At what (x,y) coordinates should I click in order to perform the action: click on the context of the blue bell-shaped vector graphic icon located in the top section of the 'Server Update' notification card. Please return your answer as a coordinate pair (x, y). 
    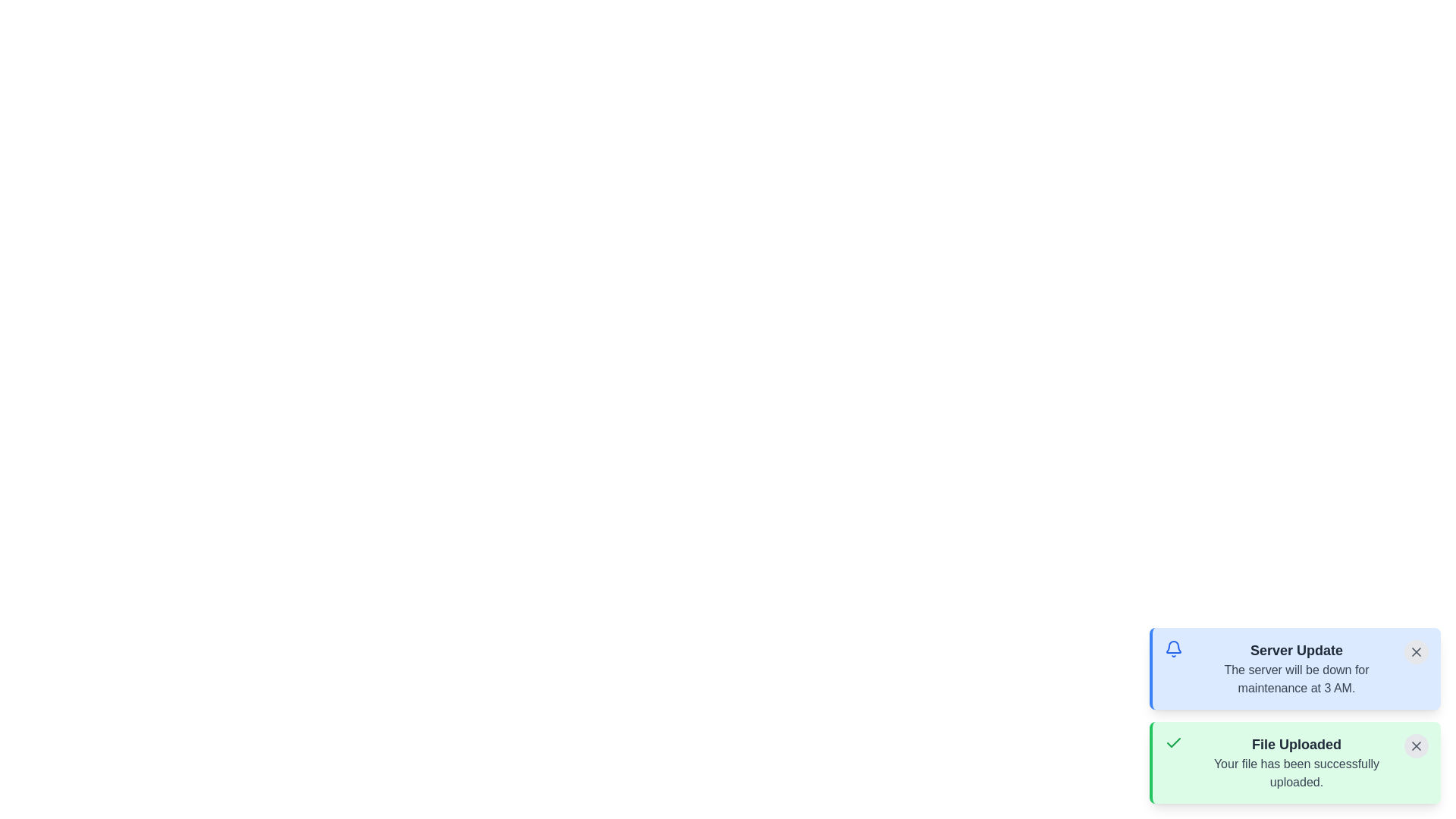
    Looking at the image, I should click on (1173, 647).